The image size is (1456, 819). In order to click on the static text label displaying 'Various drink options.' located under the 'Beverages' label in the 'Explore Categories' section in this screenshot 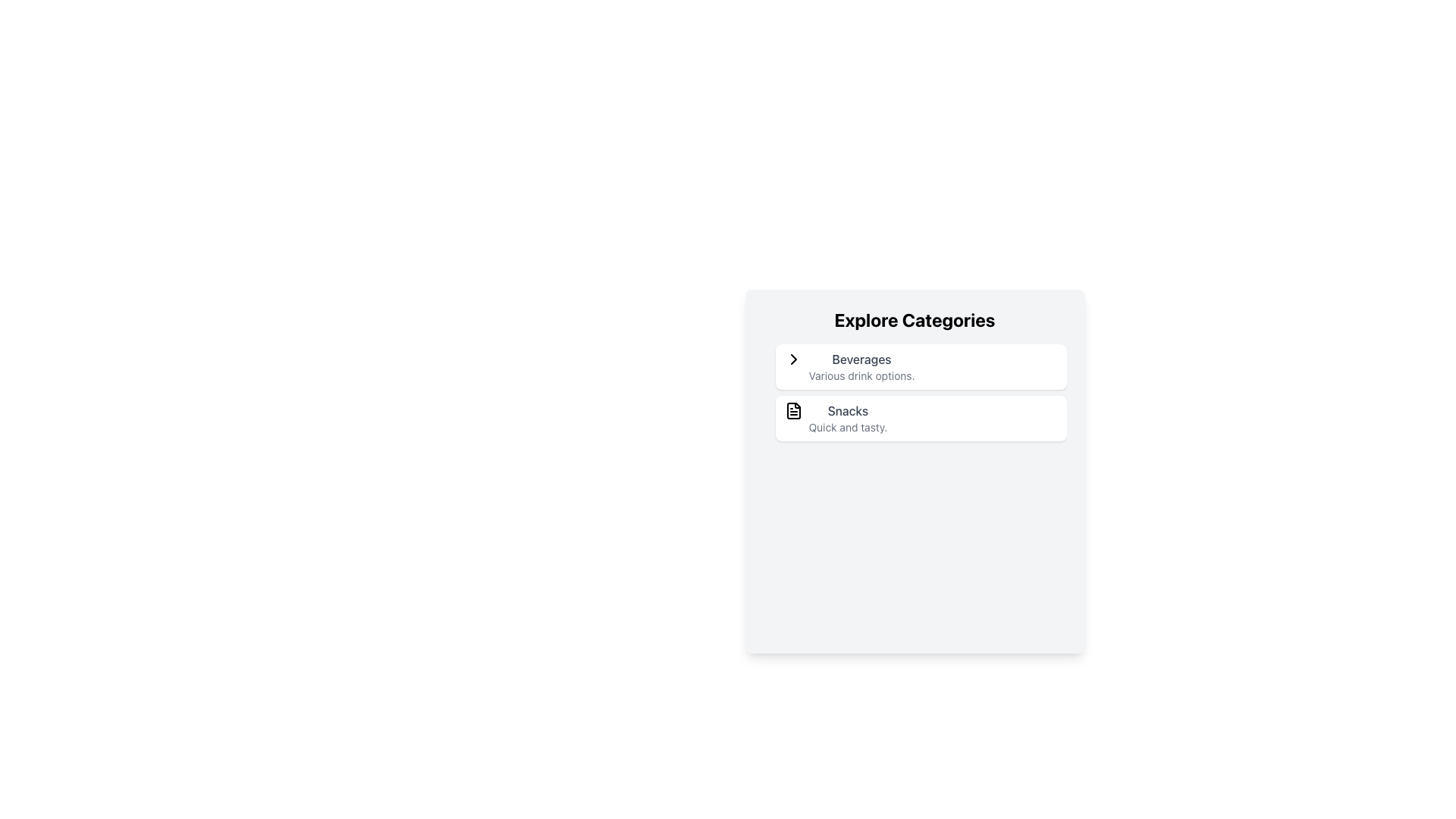, I will do `click(861, 375)`.